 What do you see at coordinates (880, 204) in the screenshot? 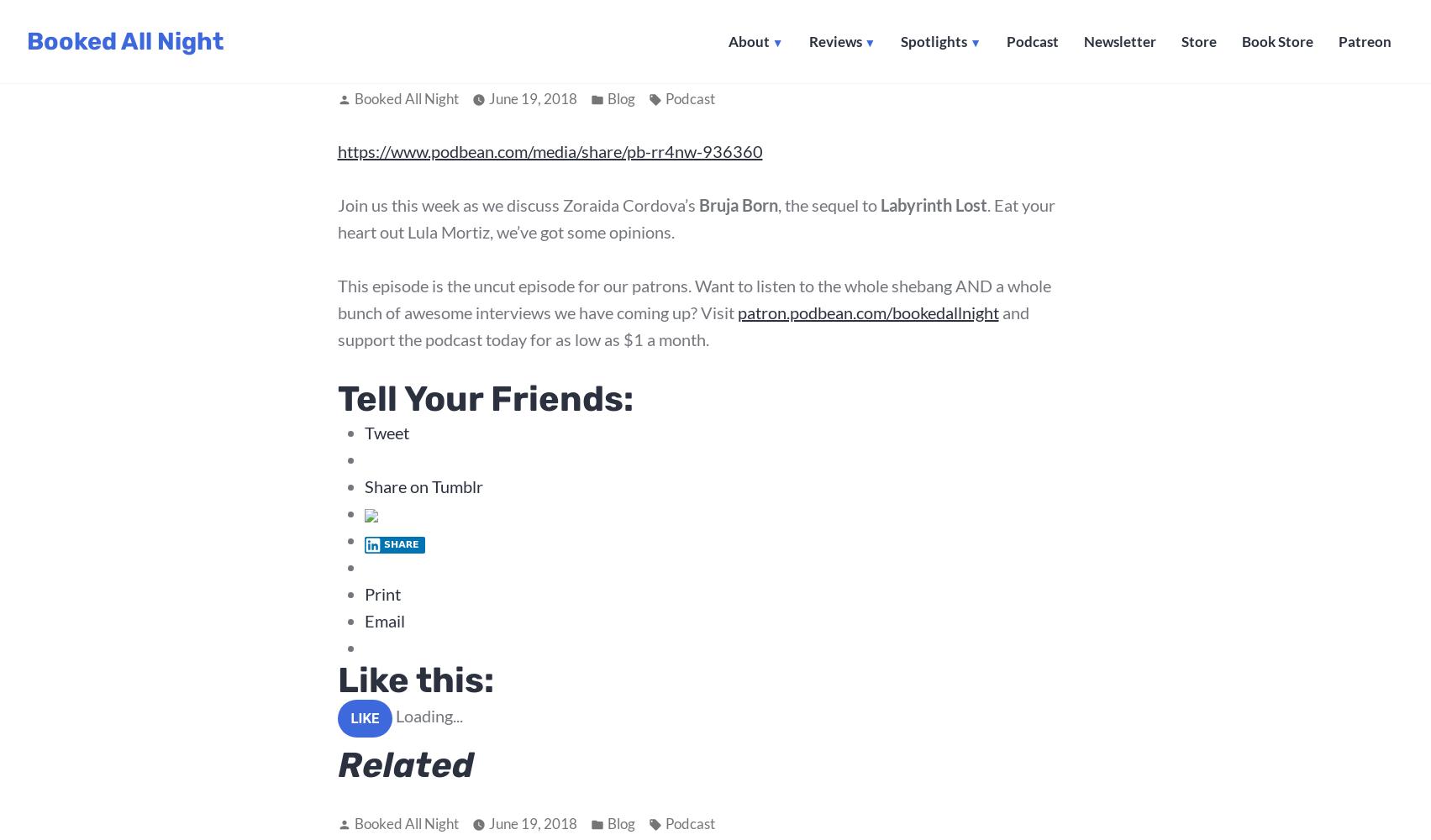
I see `'Labyrinth Lost'` at bounding box center [880, 204].